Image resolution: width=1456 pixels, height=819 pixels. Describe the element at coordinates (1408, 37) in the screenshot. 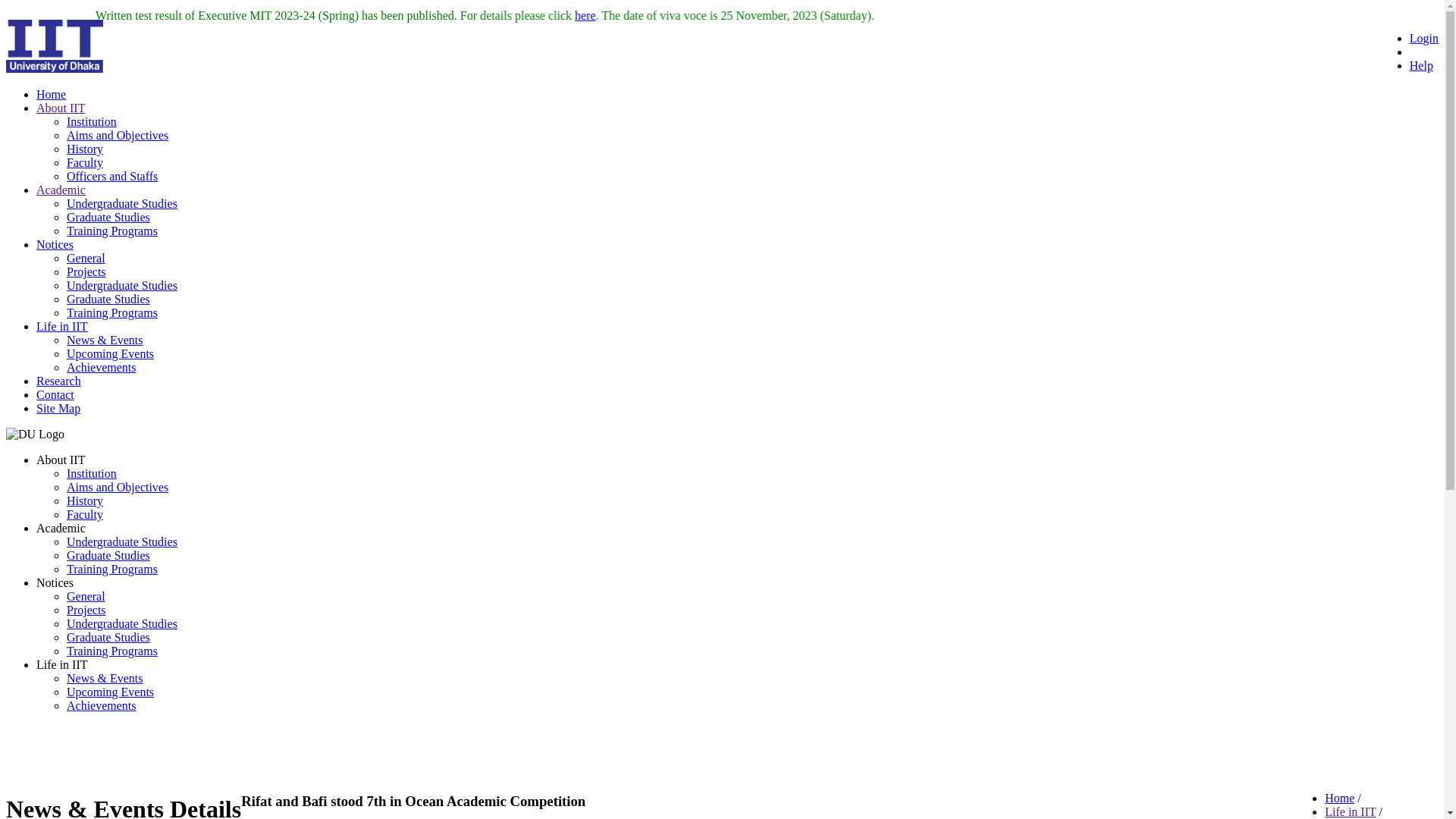

I see `'Login'` at that location.